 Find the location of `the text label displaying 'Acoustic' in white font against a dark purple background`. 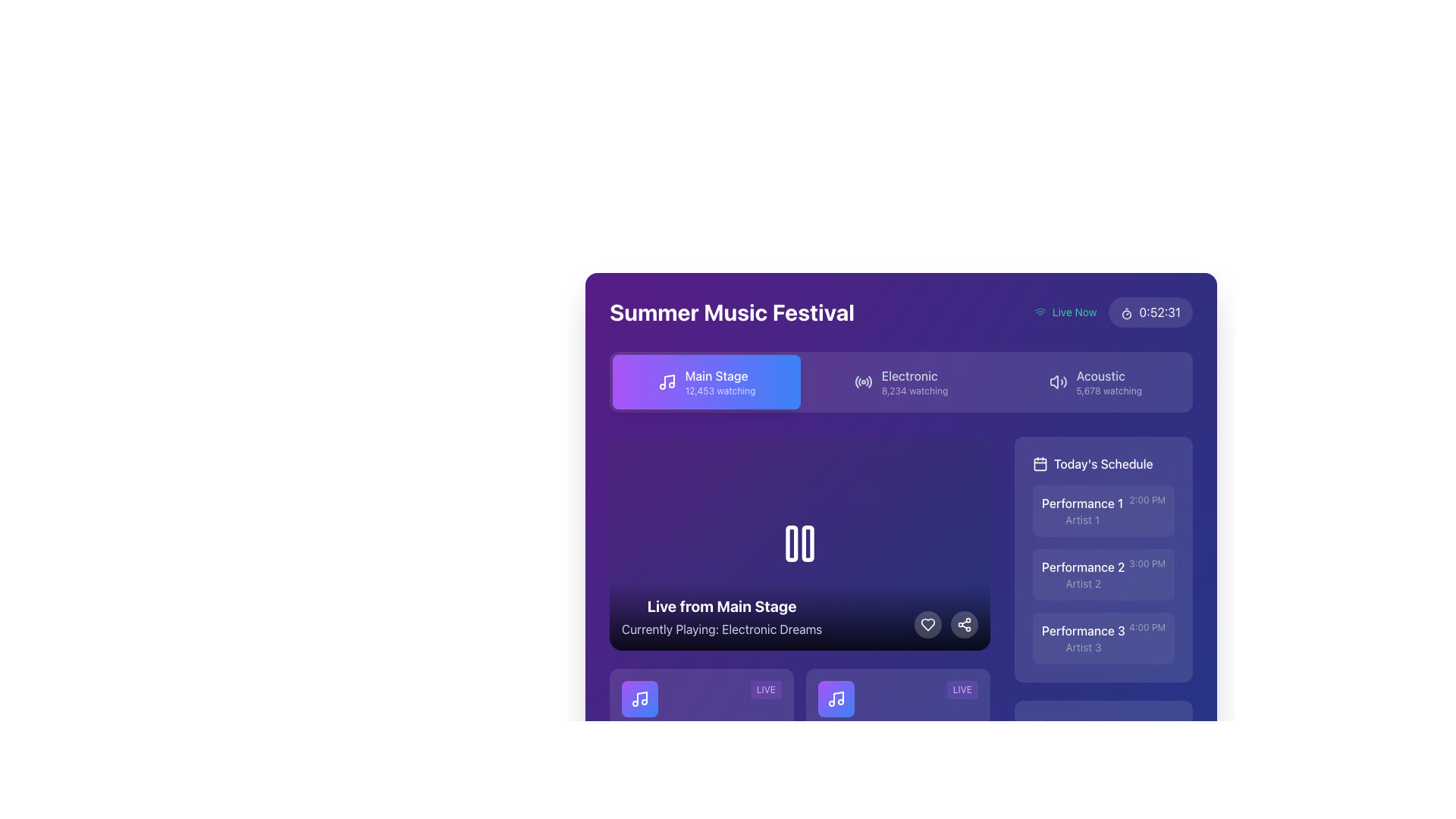

the text label displaying 'Acoustic' in white font against a dark purple background is located at coordinates (1109, 375).